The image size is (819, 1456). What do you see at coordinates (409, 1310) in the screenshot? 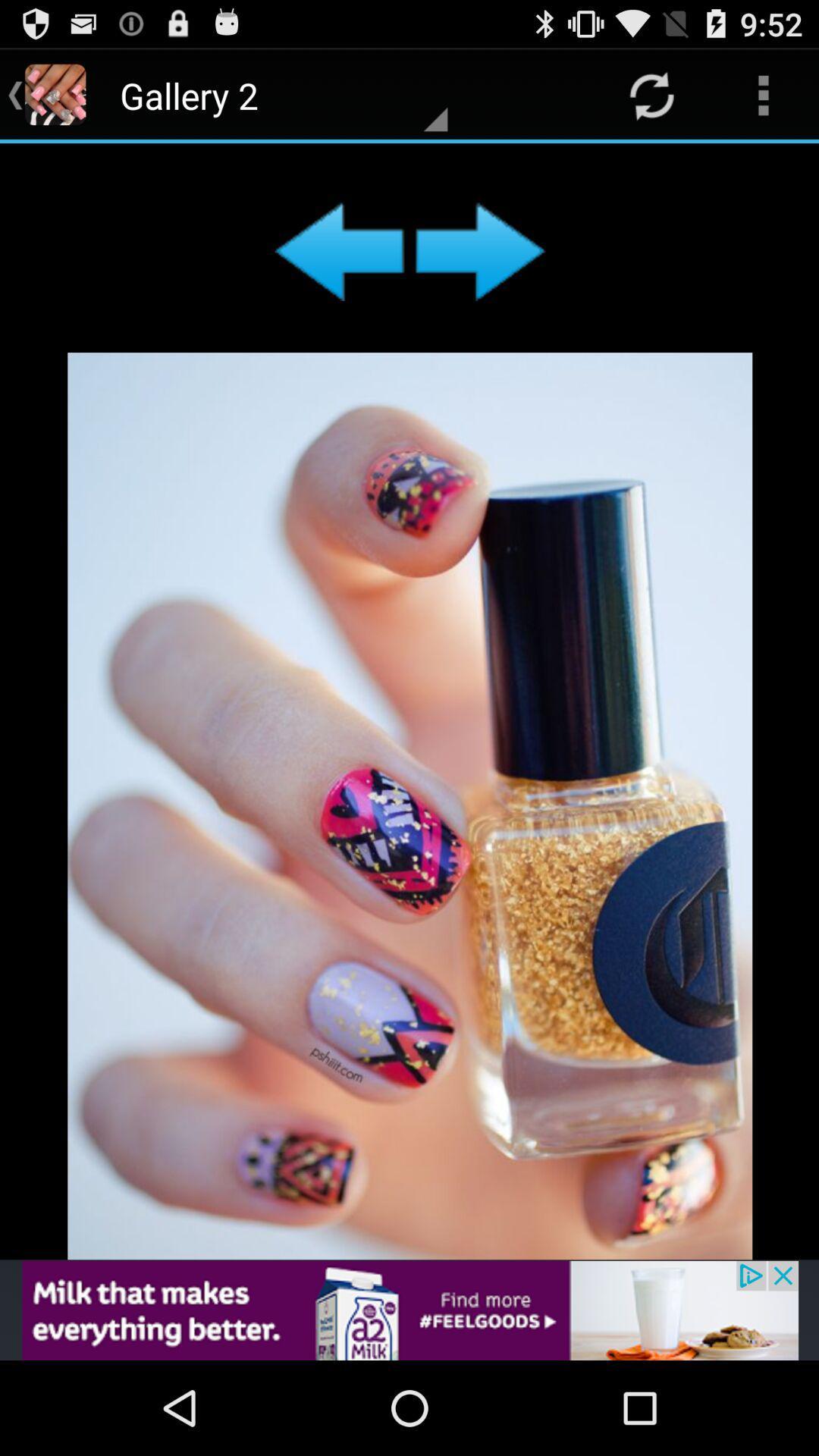
I see `advertisement` at bounding box center [409, 1310].